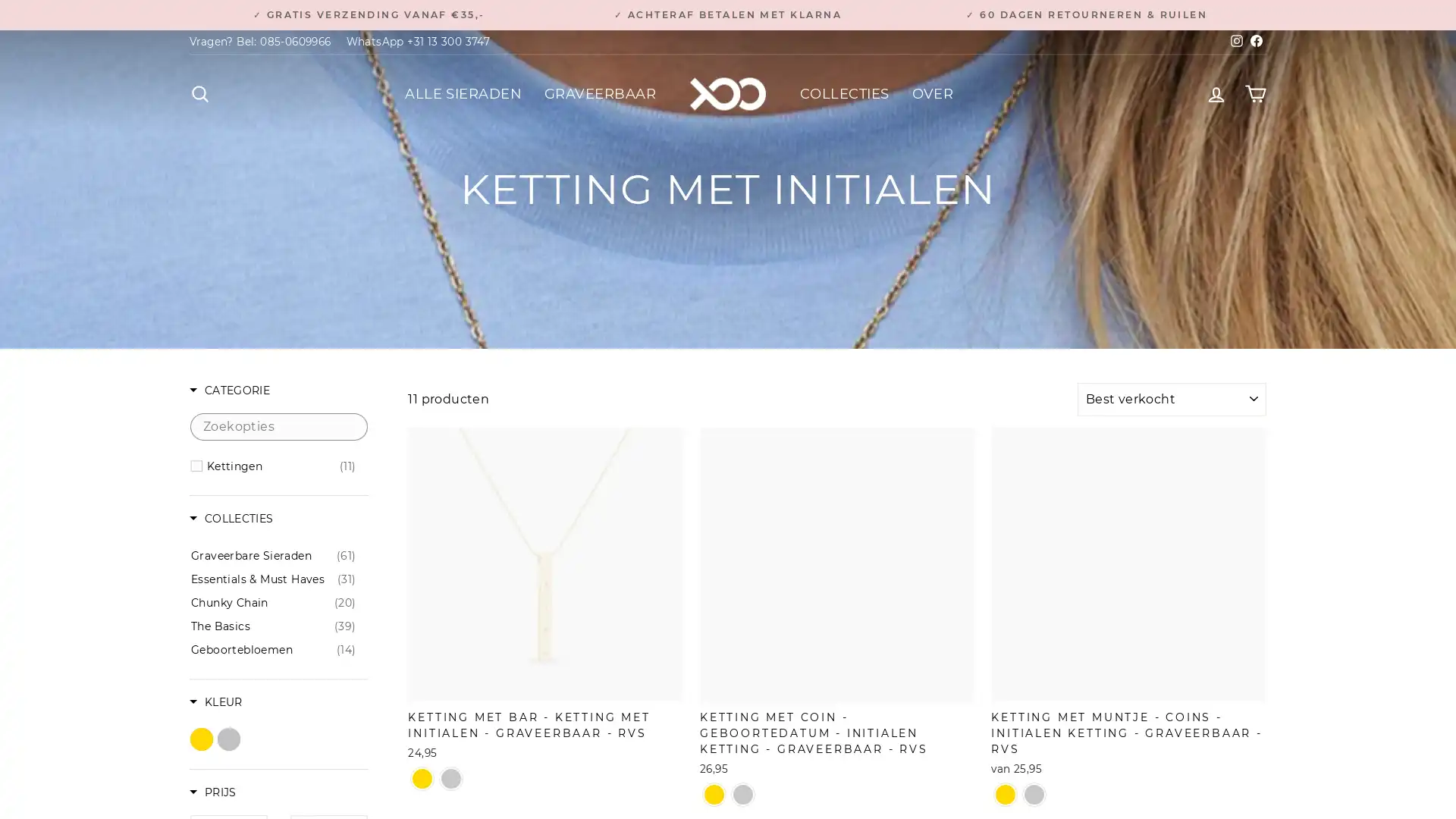 This screenshot has width=1456, height=819. Describe the element at coordinates (212, 792) in the screenshot. I see `Filter by Prijs` at that location.